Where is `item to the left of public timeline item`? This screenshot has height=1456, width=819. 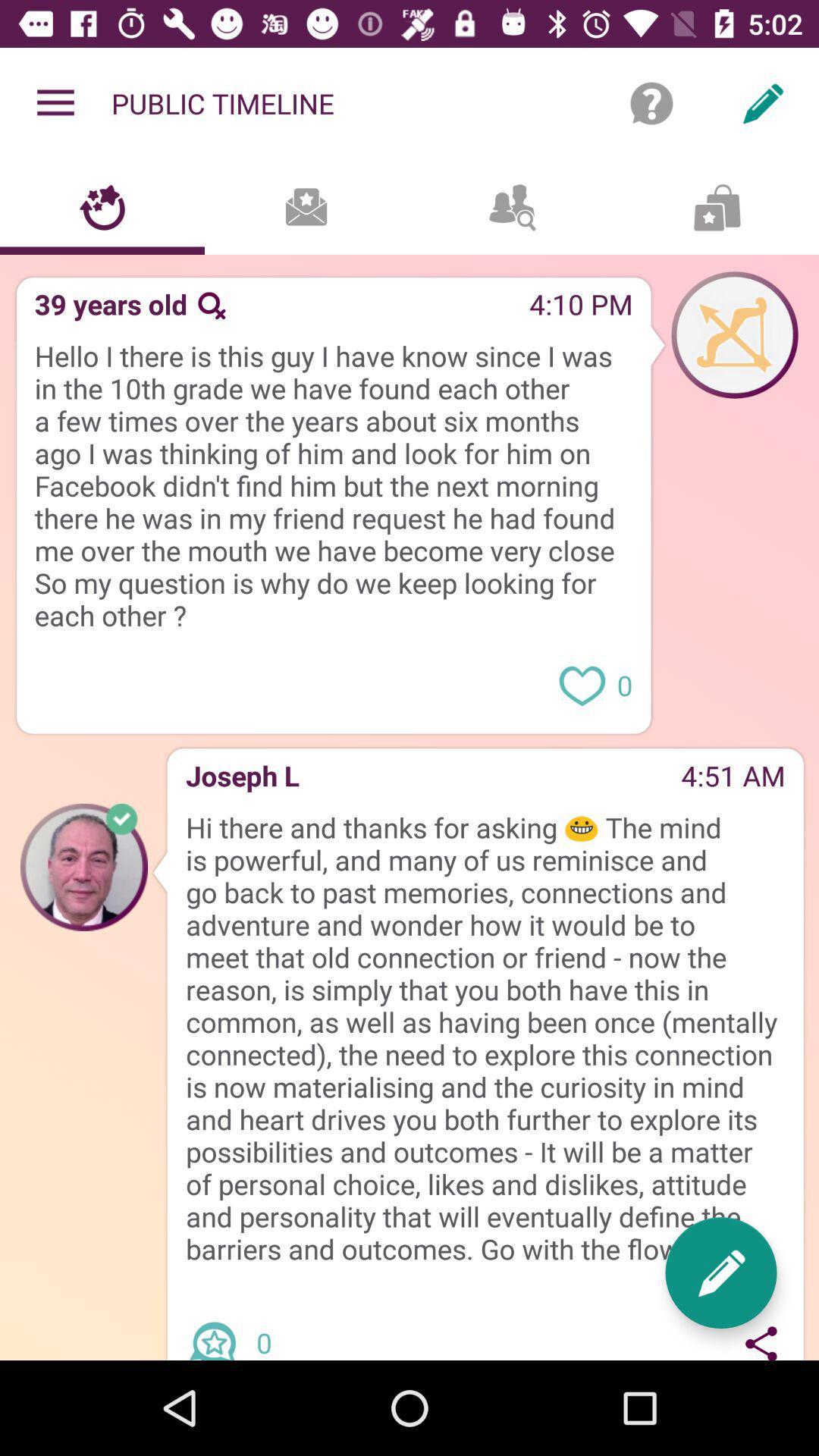 item to the left of public timeline item is located at coordinates (55, 102).